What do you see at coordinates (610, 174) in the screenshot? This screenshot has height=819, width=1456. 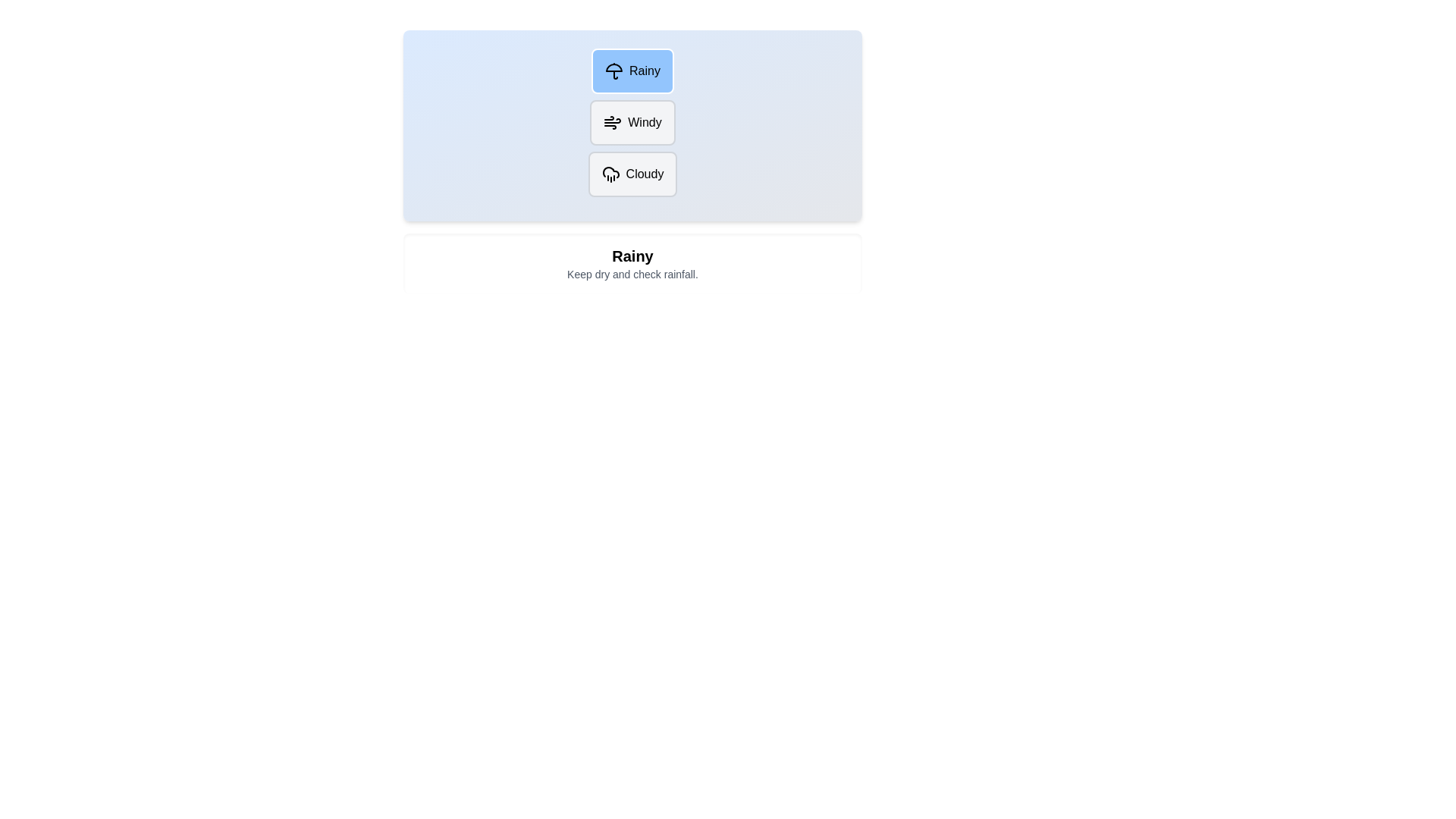 I see `the icon for the Cloudy weather option` at bounding box center [610, 174].